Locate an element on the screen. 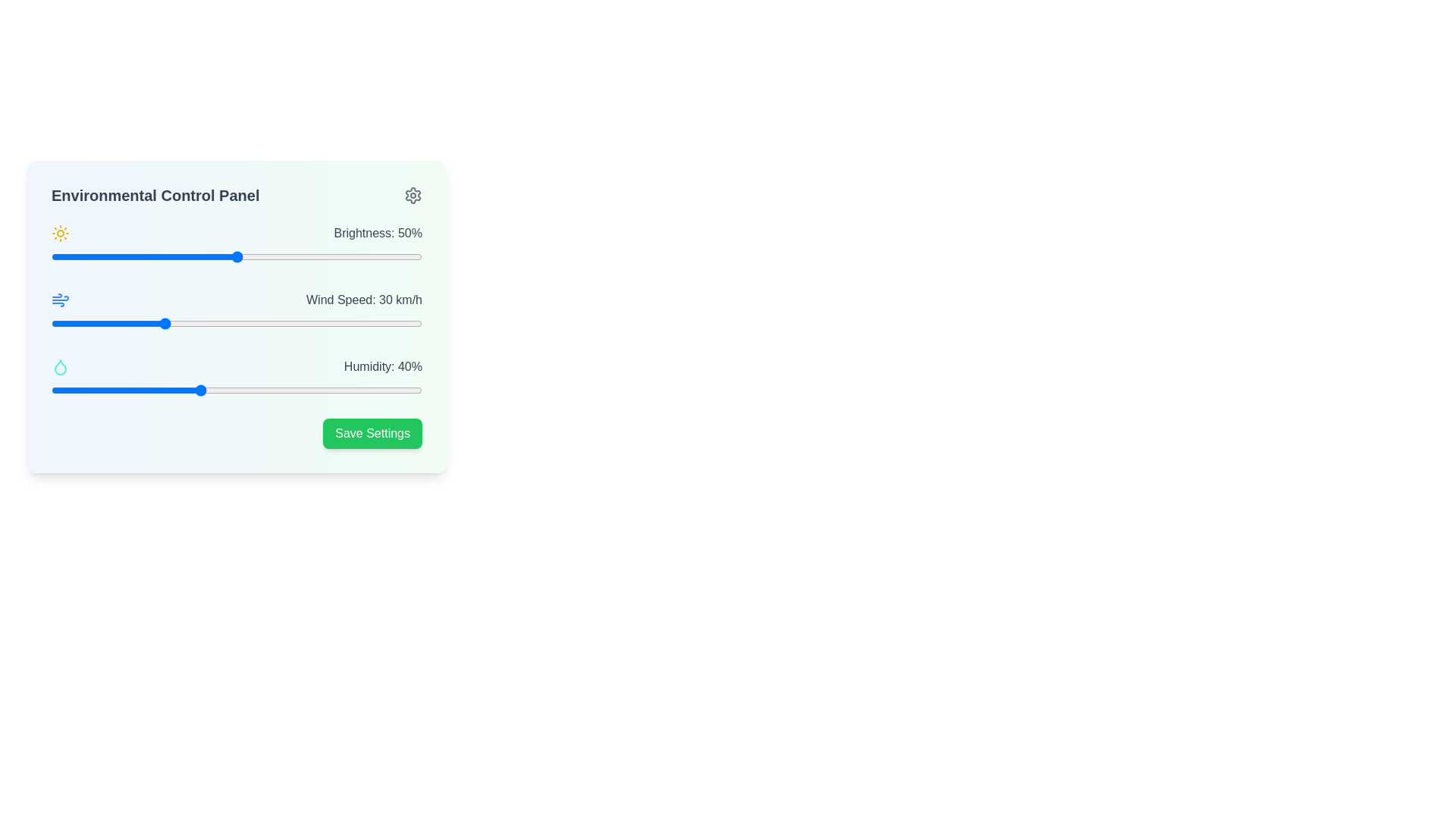 This screenshot has height=819, width=1456. the Text header element located at the top of the panel, which serves as the title for the interface below it is located at coordinates (236, 195).